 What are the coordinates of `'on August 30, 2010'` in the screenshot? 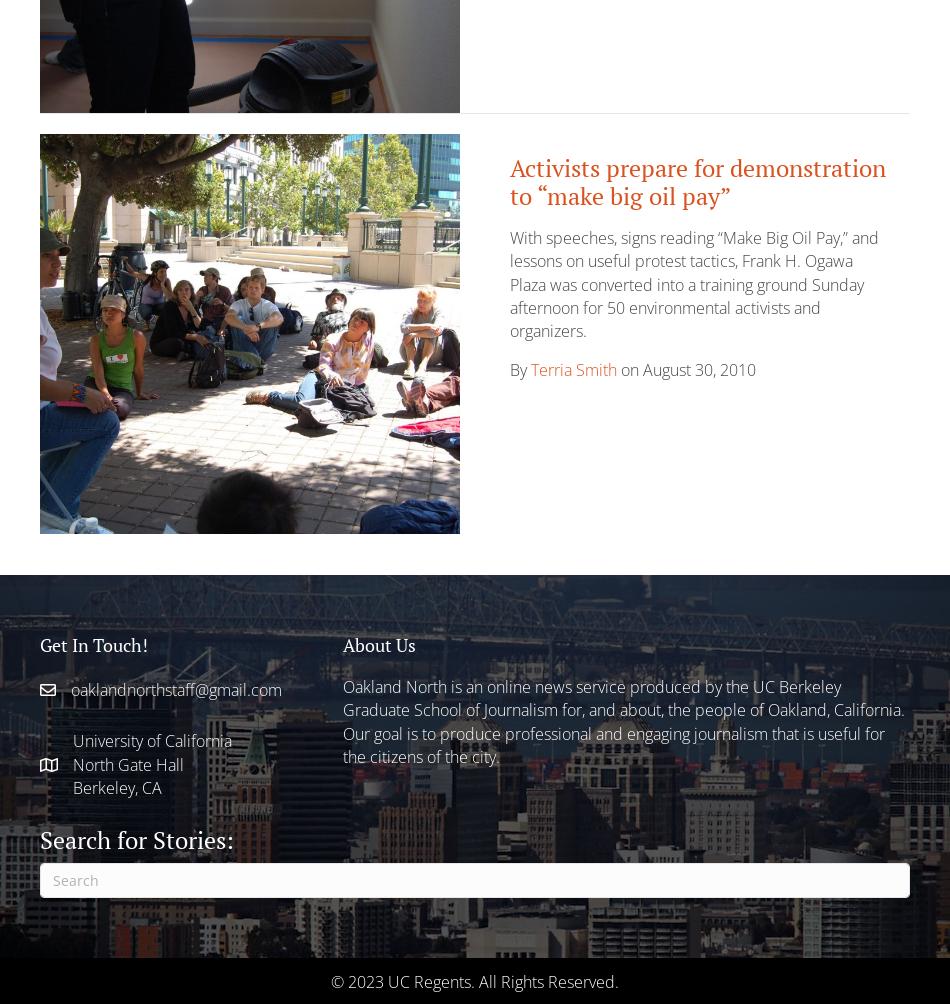 It's located at (686, 369).